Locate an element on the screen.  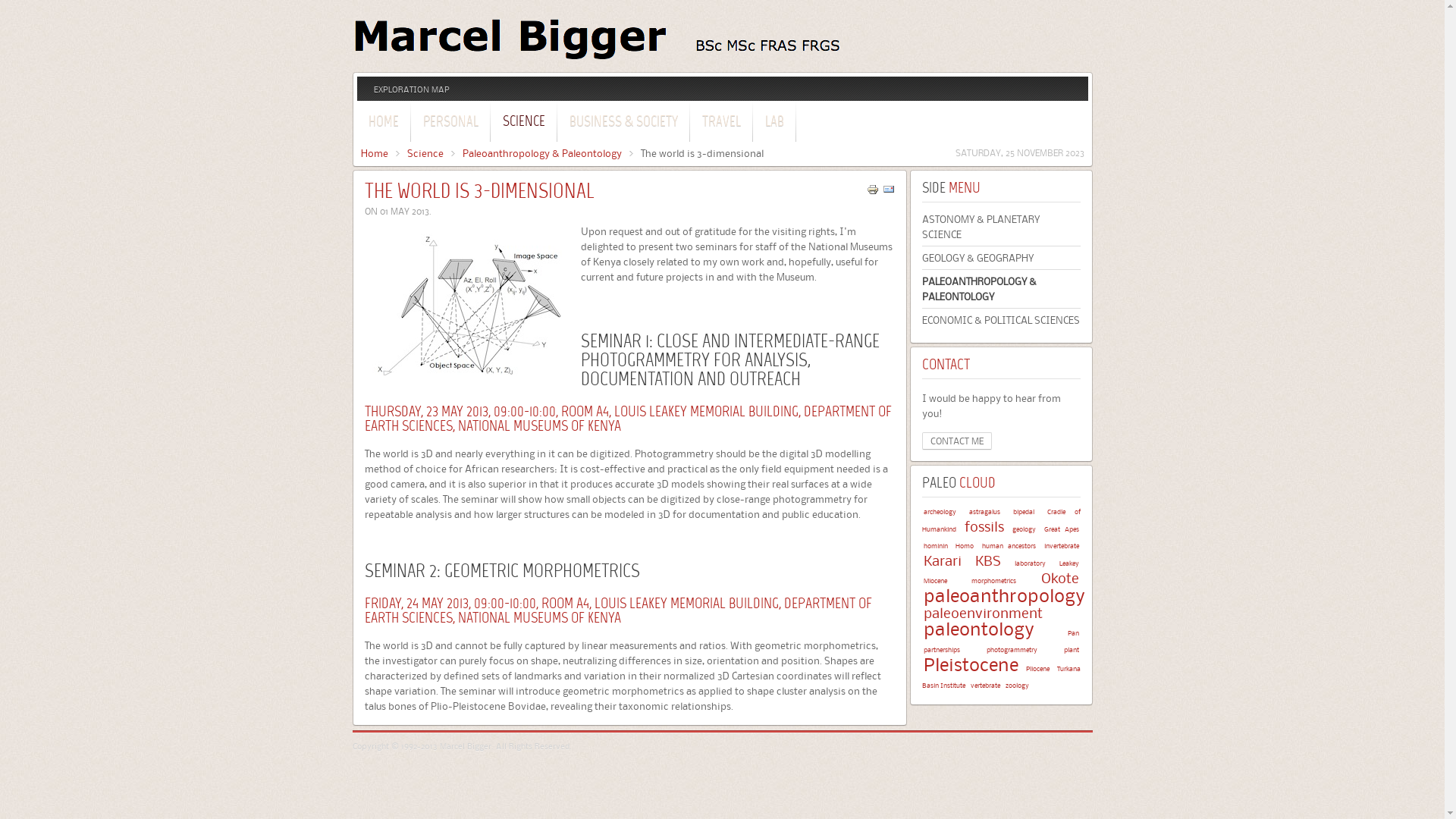
'hominin' is located at coordinates (923, 544).